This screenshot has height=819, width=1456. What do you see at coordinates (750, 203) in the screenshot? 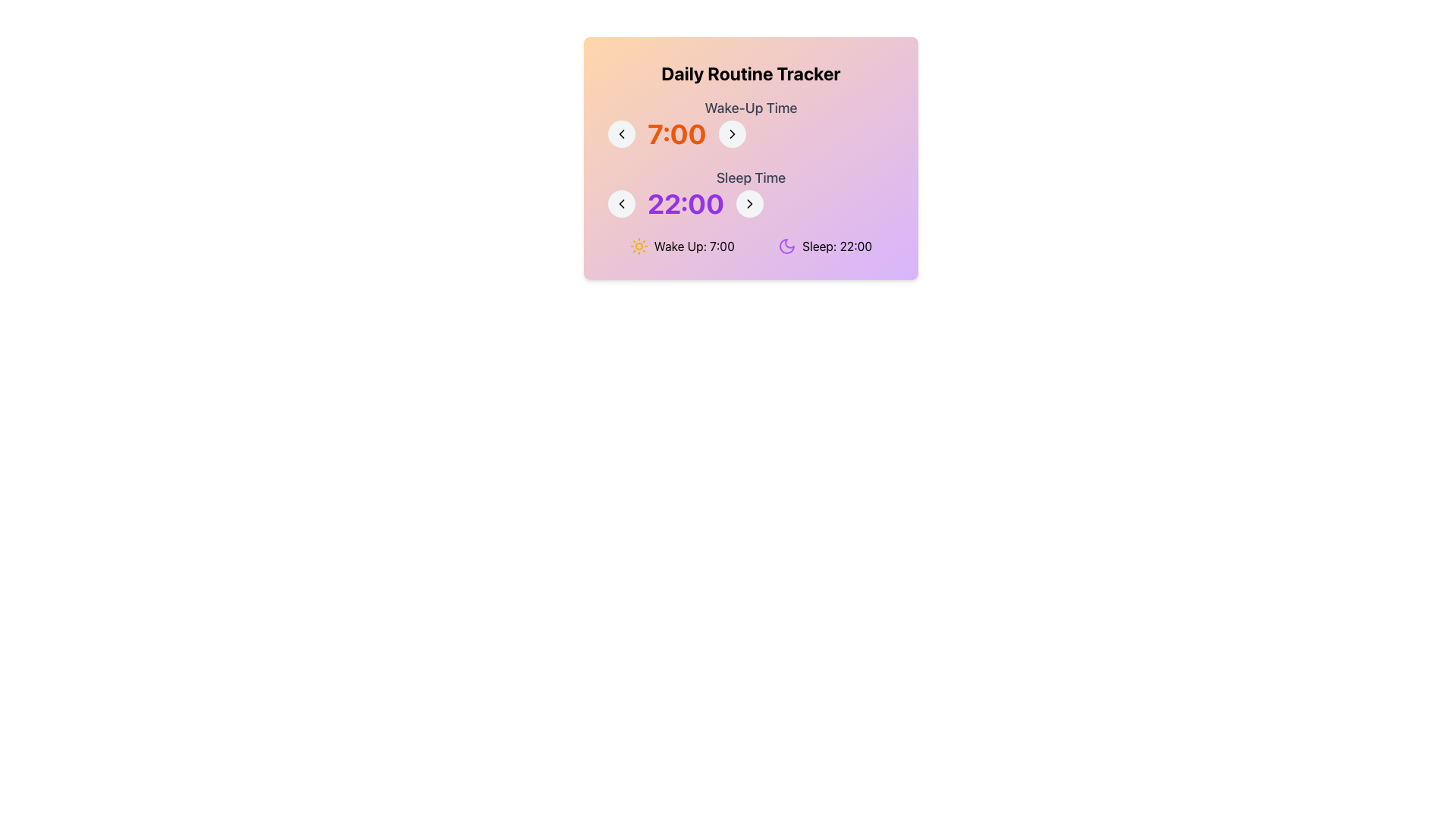
I see `the right-pointing arrow button located immediately to the right of the orange '7:00' text in the 'Wake-Up Time' section` at bounding box center [750, 203].